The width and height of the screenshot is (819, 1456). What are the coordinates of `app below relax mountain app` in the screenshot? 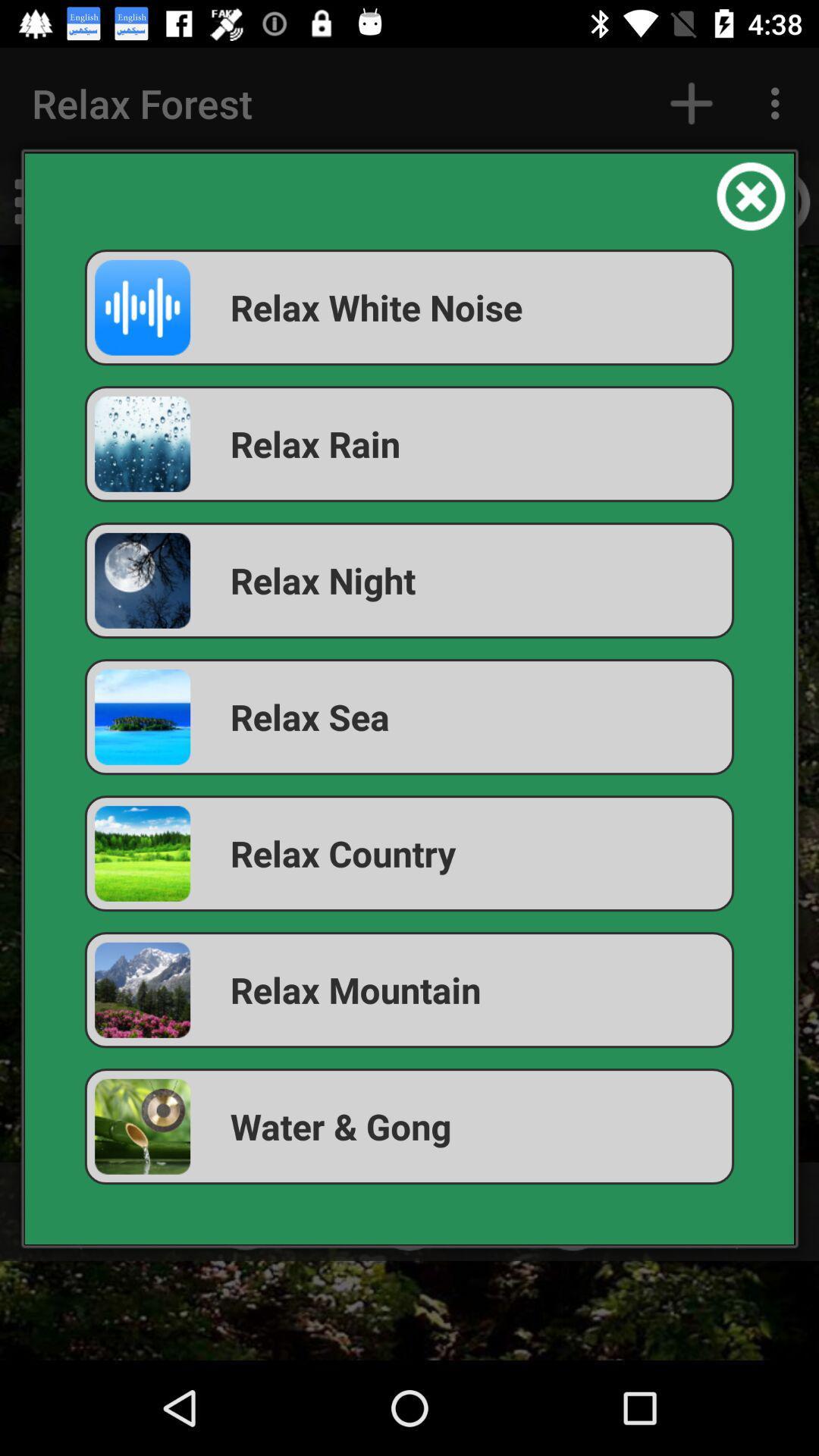 It's located at (409, 1126).